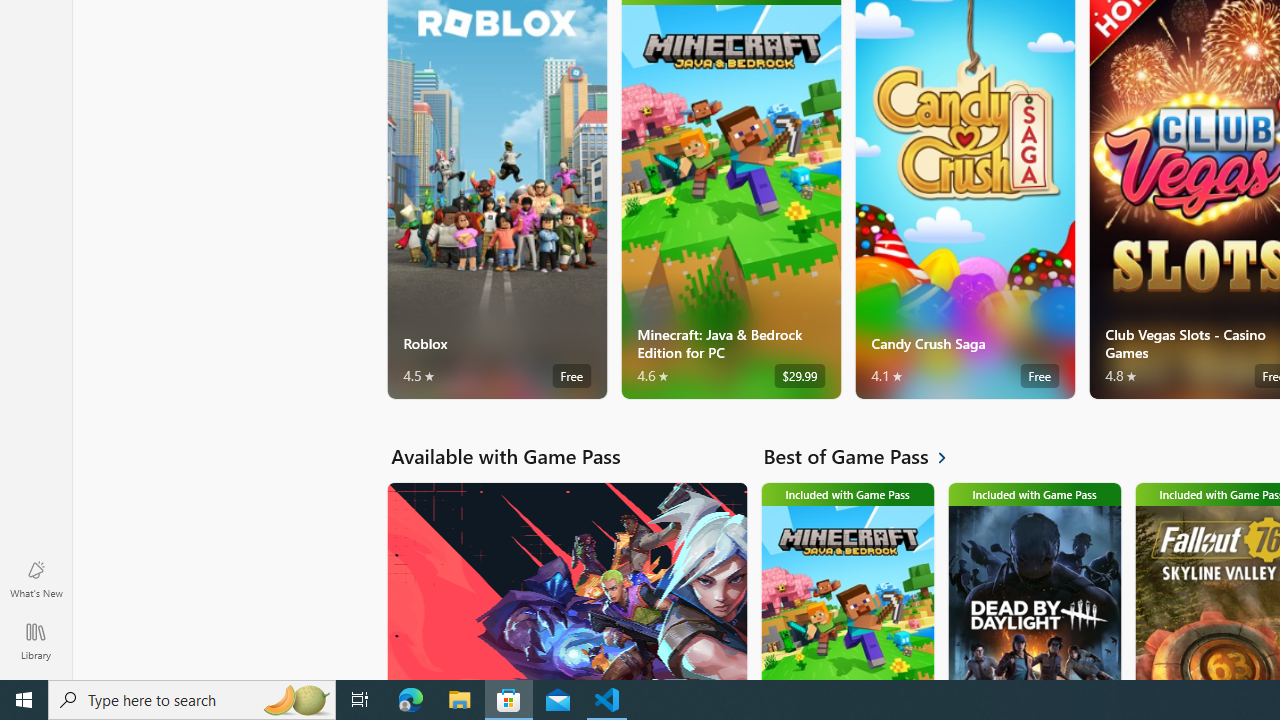  What do you see at coordinates (35, 578) in the screenshot?
I see `'What'` at bounding box center [35, 578].